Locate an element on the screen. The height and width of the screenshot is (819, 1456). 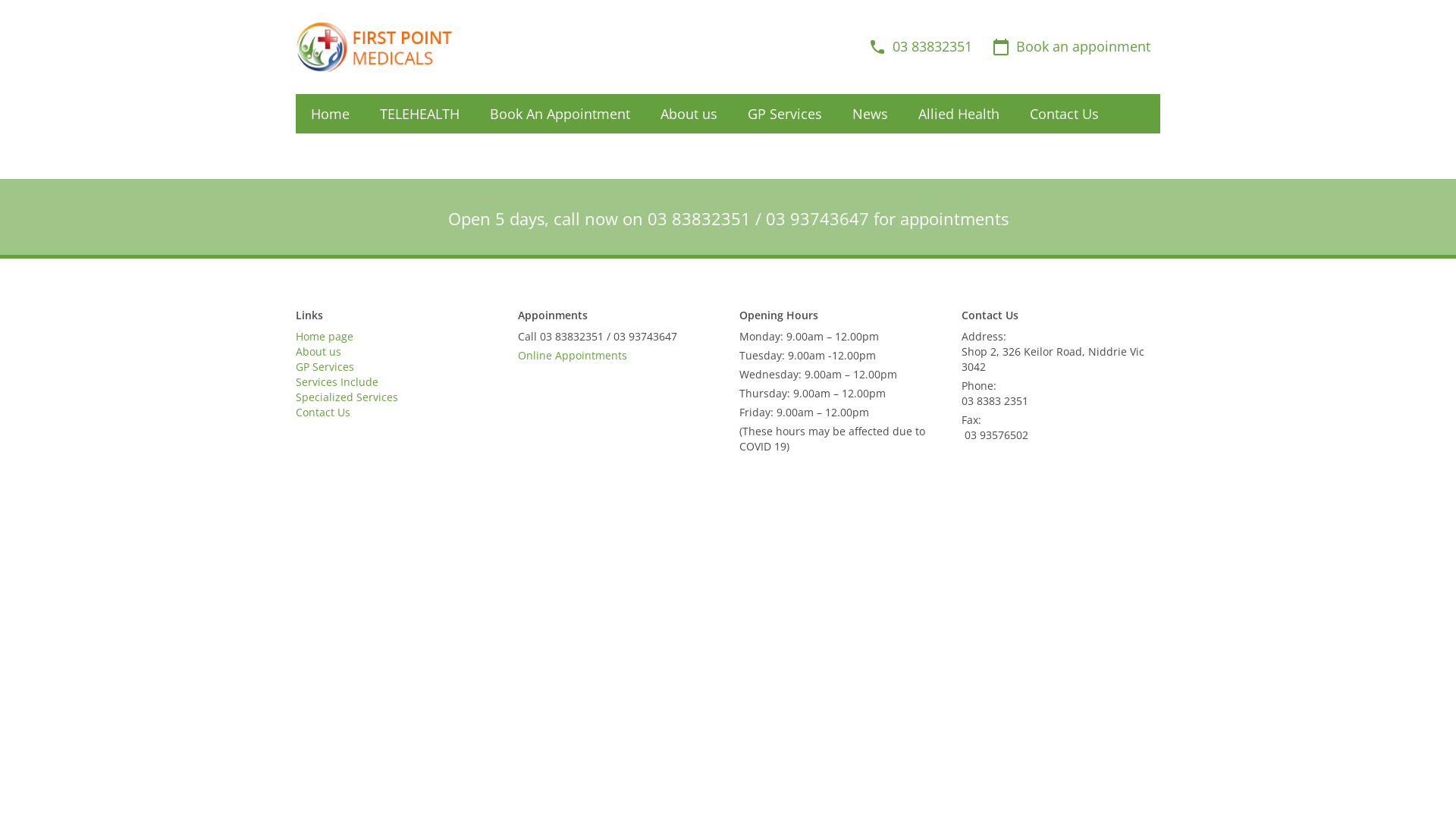
'Online Appointments' is located at coordinates (570, 355).